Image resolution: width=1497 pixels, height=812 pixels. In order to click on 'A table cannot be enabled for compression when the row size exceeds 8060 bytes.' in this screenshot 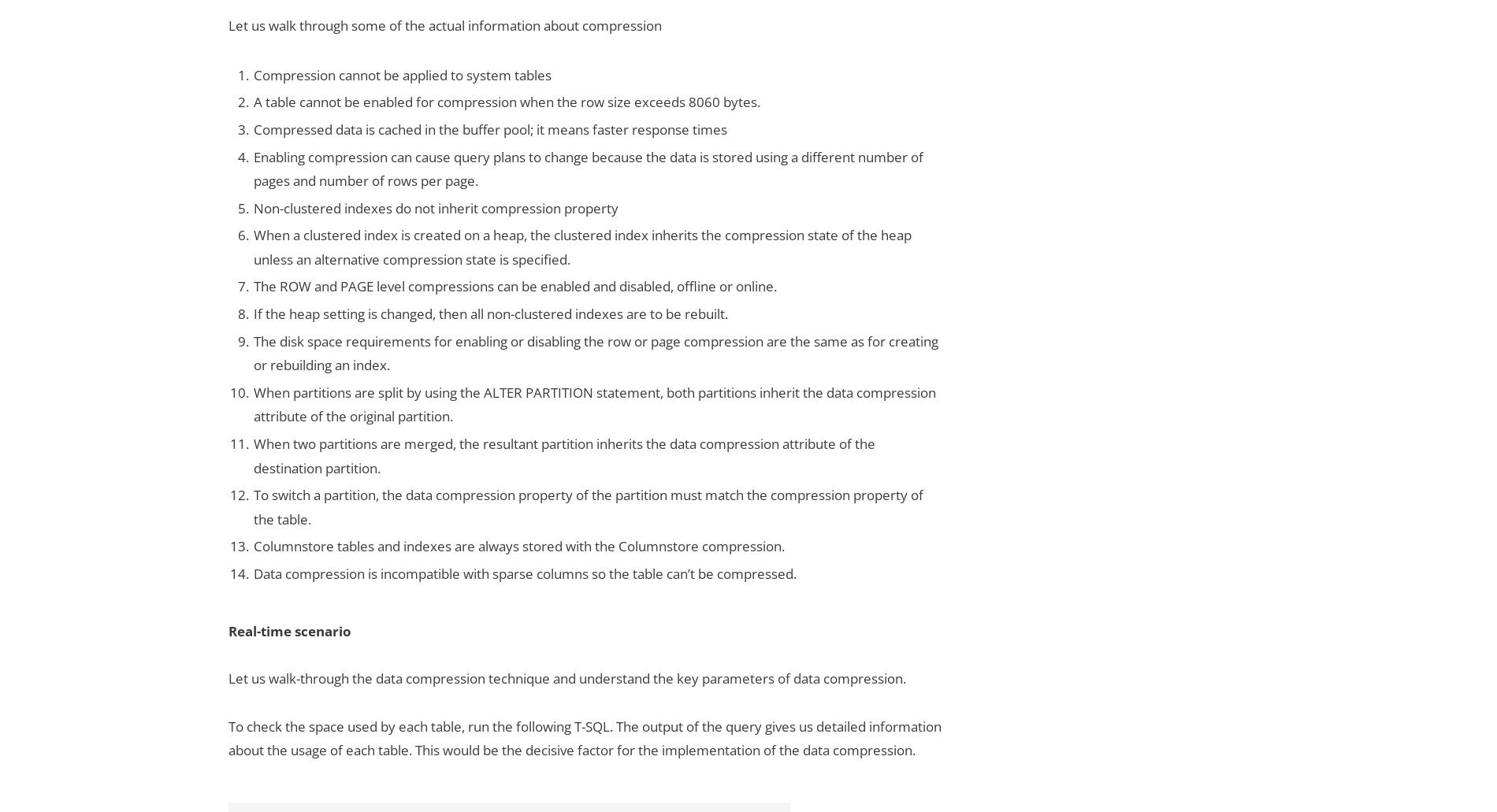, I will do `click(507, 101)`.